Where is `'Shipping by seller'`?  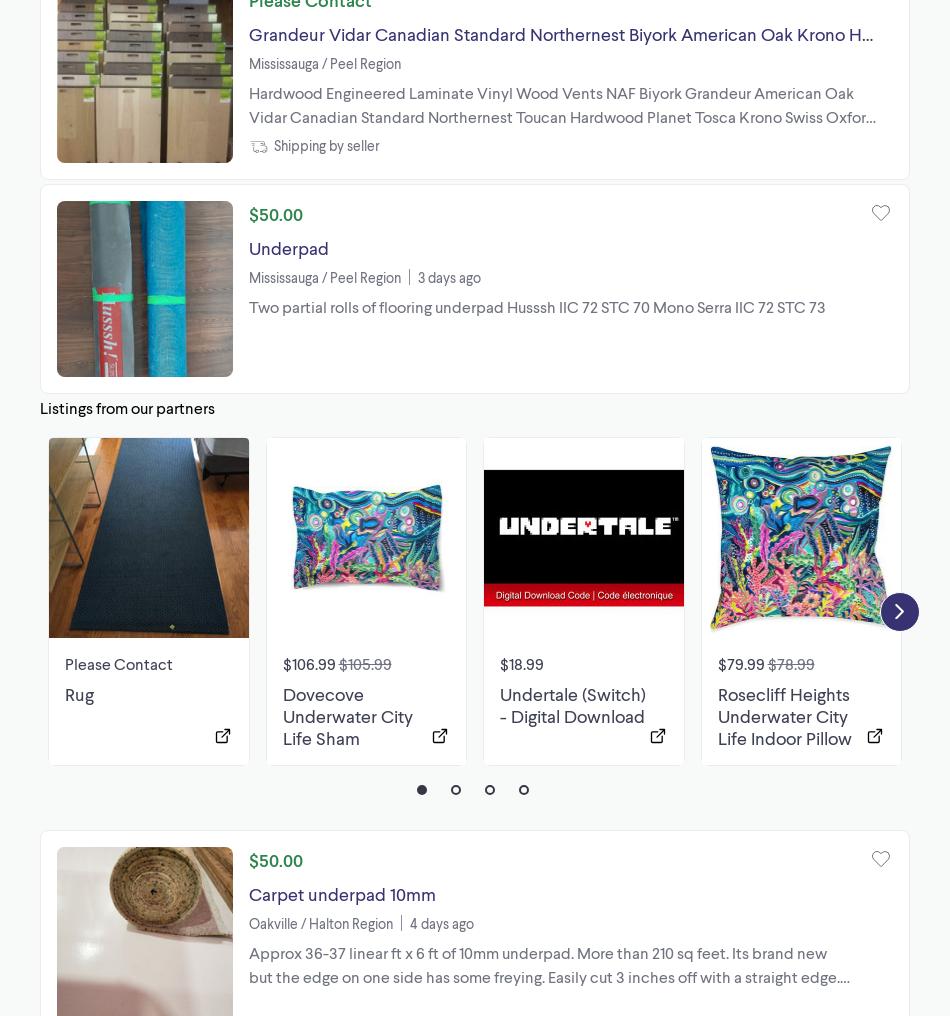
'Shipping by seller' is located at coordinates (325, 144).